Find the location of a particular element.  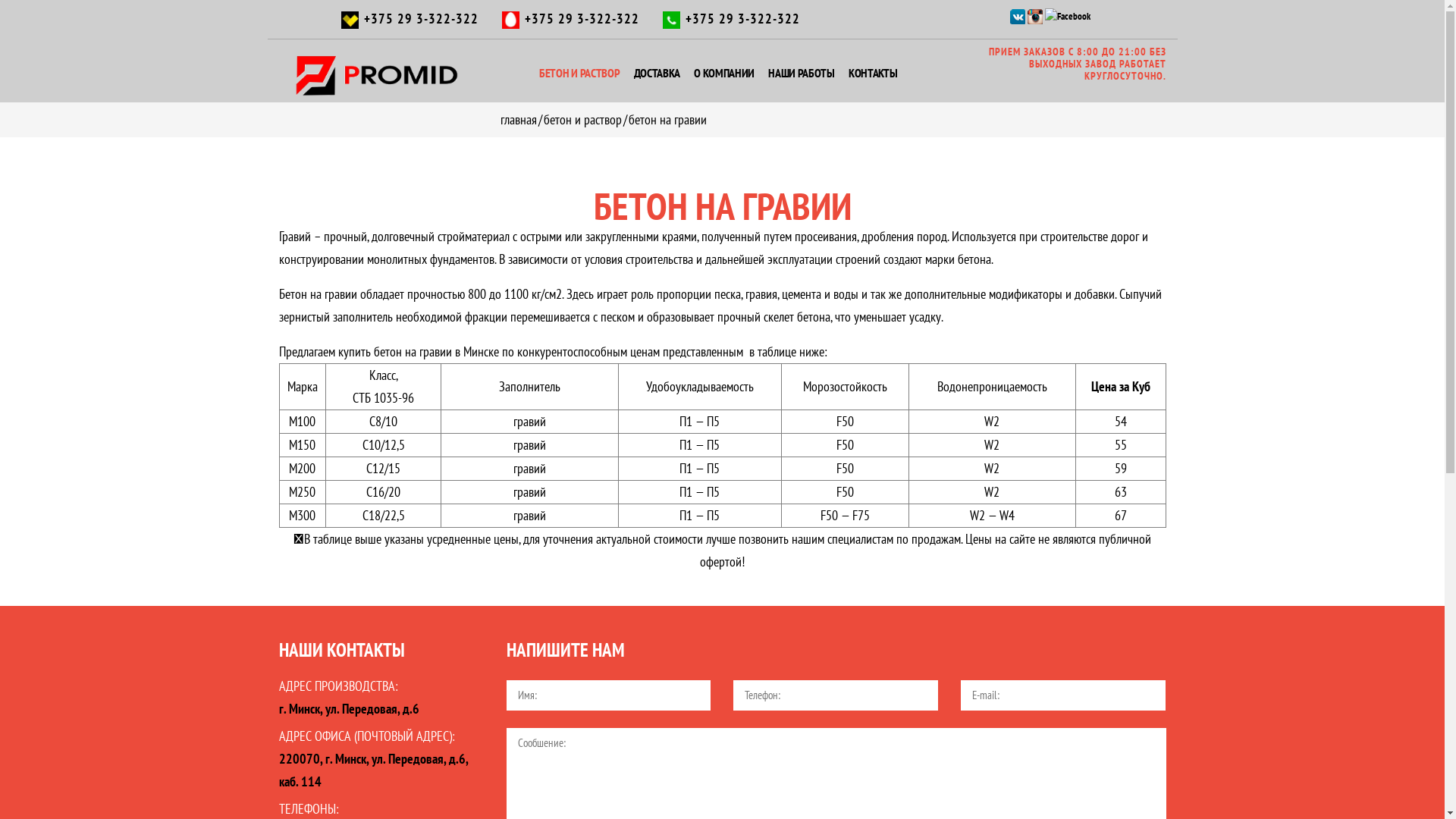

'+375 29 3-322-322' is located at coordinates (742, 18).